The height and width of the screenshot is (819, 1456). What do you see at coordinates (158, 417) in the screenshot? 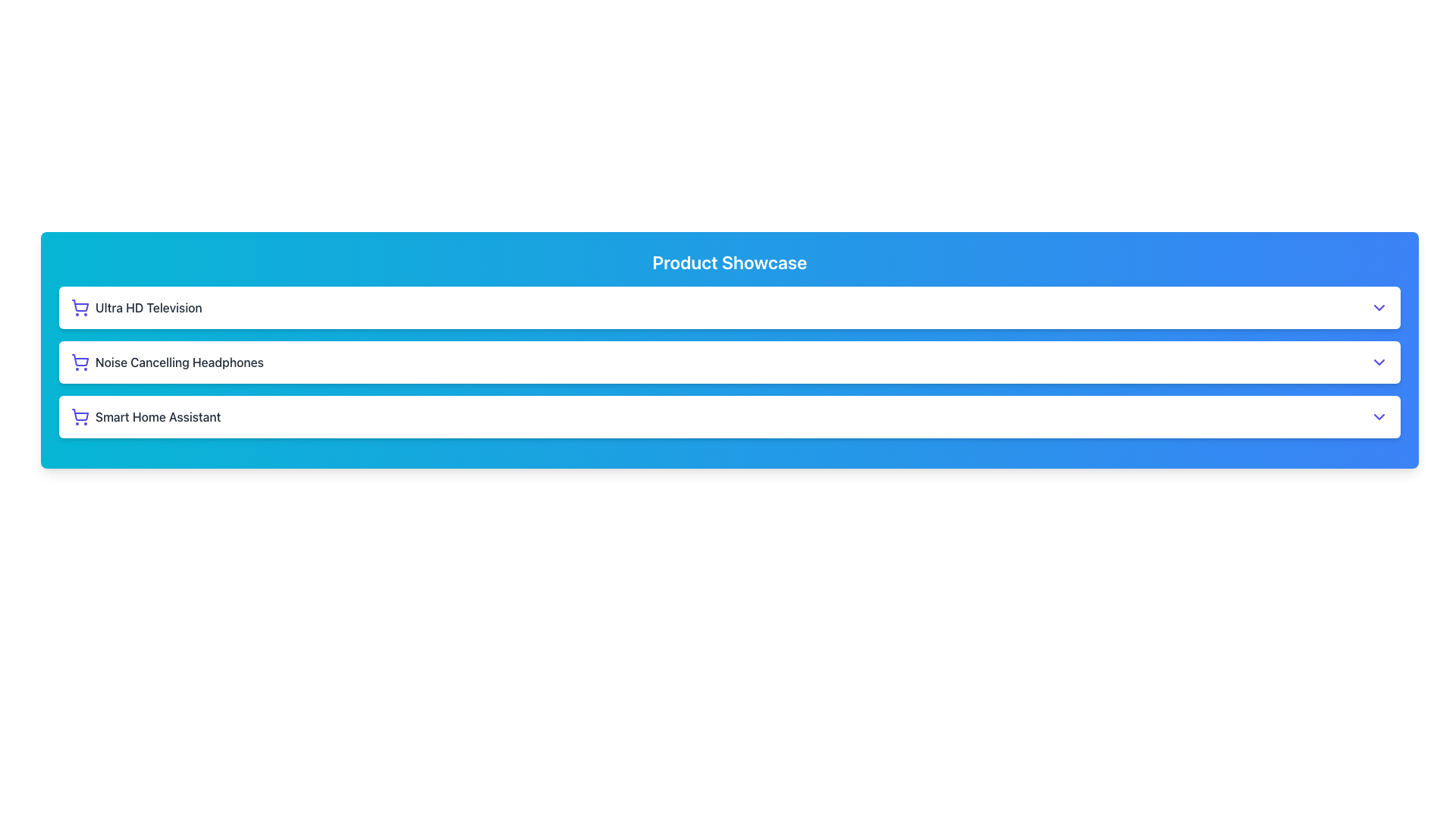
I see `the 'Smart Home Assistant' text label, which is positioned in the third row of a vertically stacked list of items, following the 'Noise Cancelling Headphones' text` at bounding box center [158, 417].